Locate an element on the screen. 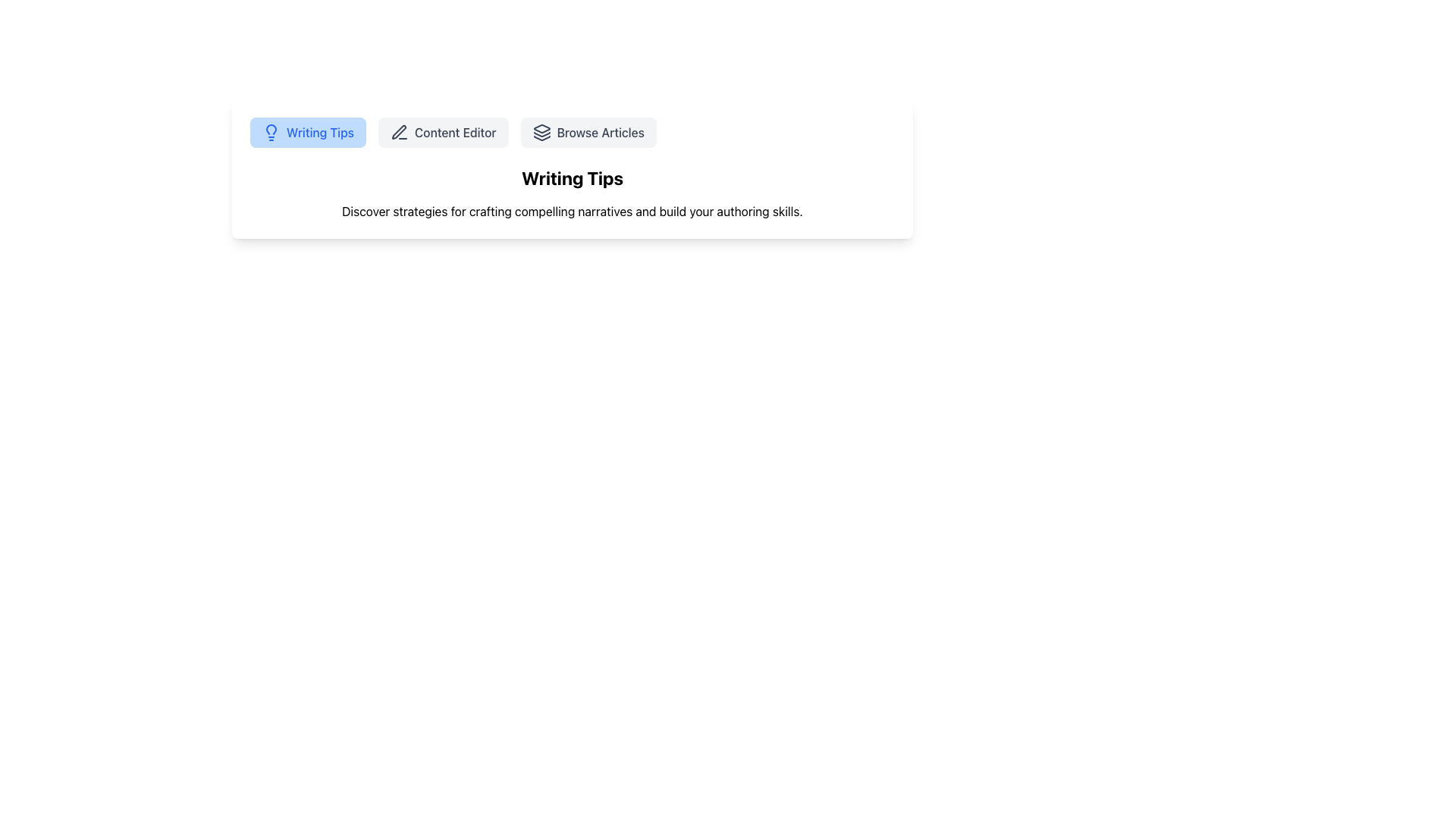  the lightbulb icon that is styled with a circular outline and is located on the left side of the 'Writing Tips' button is located at coordinates (271, 131).